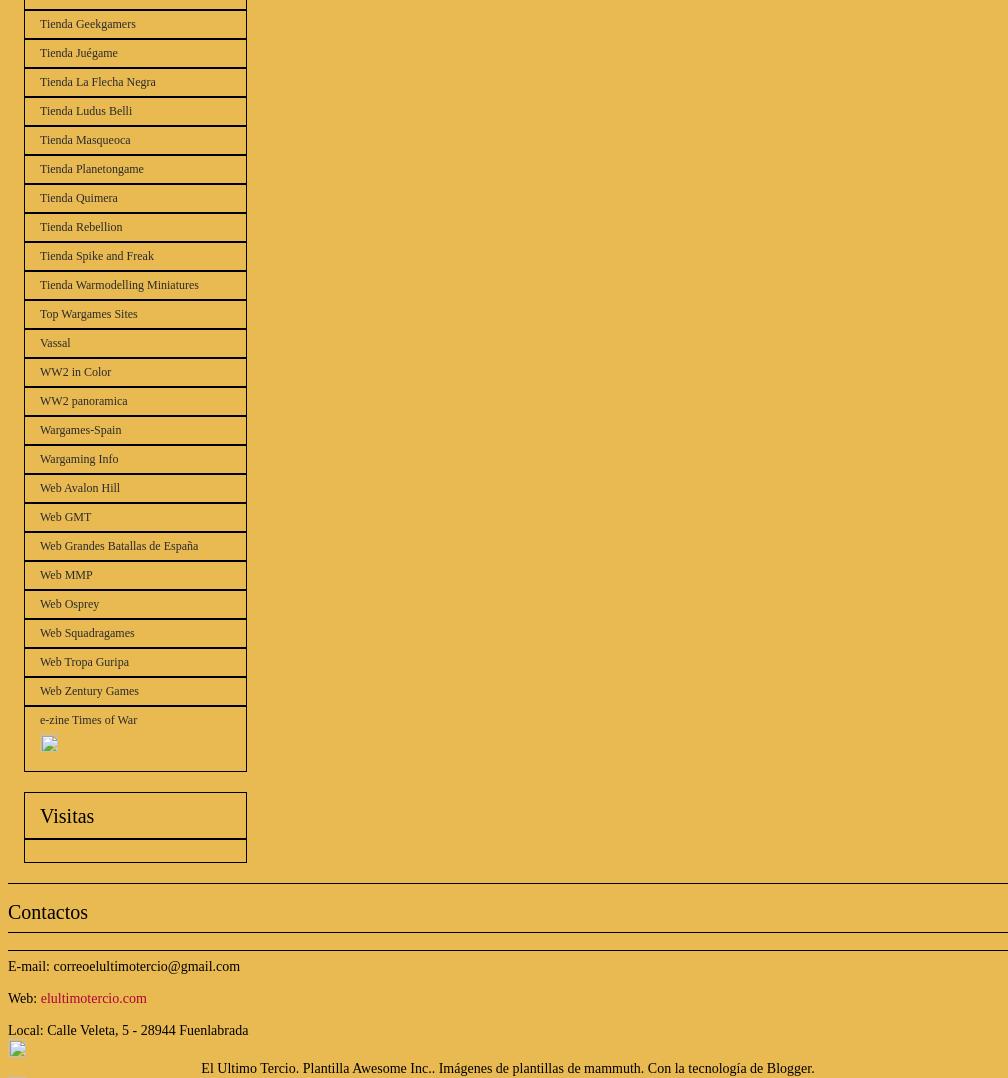  I want to click on 'Web Osprey', so click(69, 604).